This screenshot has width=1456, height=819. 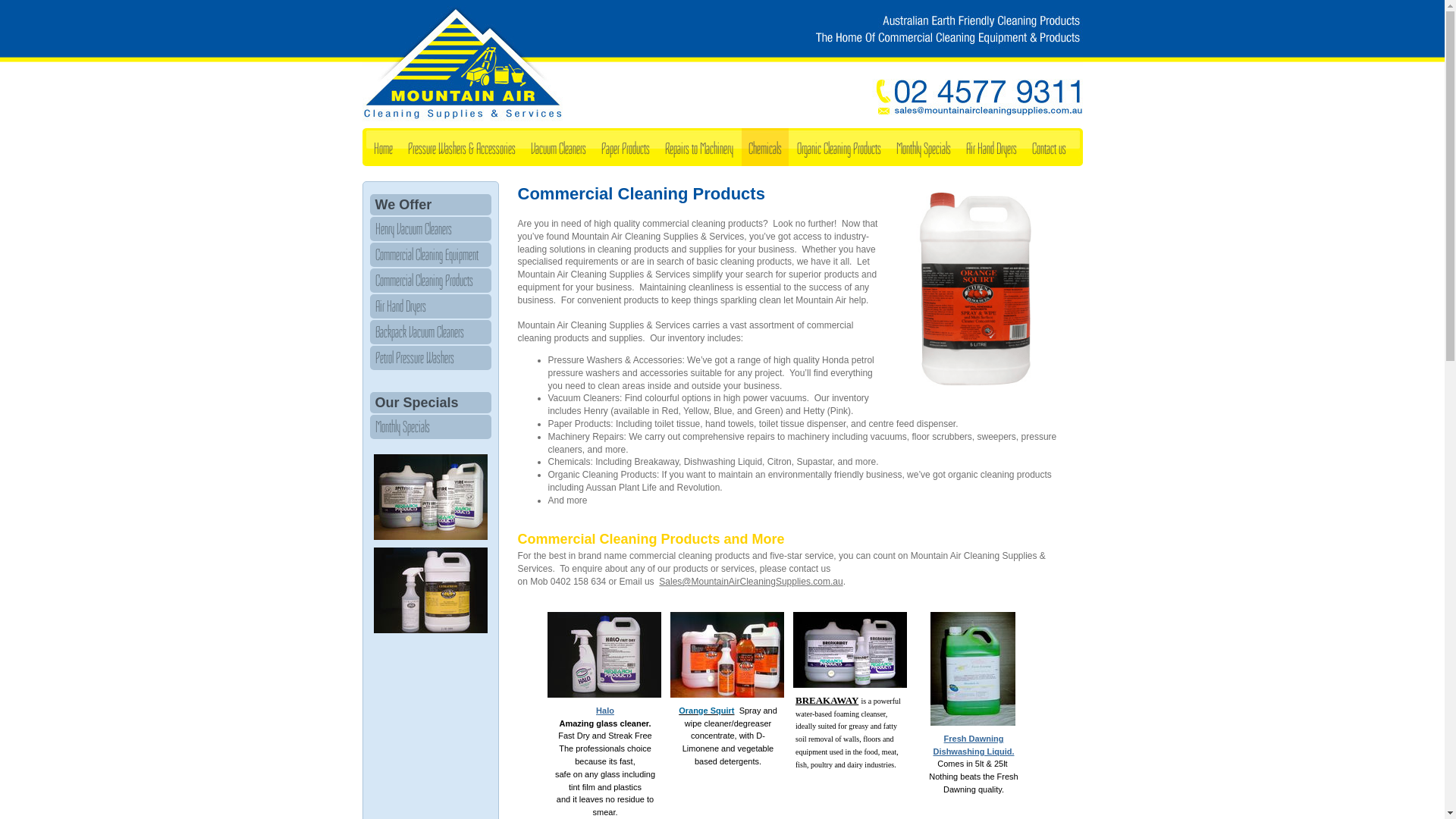 What do you see at coordinates (383, 146) in the screenshot?
I see `'Home'` at bounding box center [383, 146].